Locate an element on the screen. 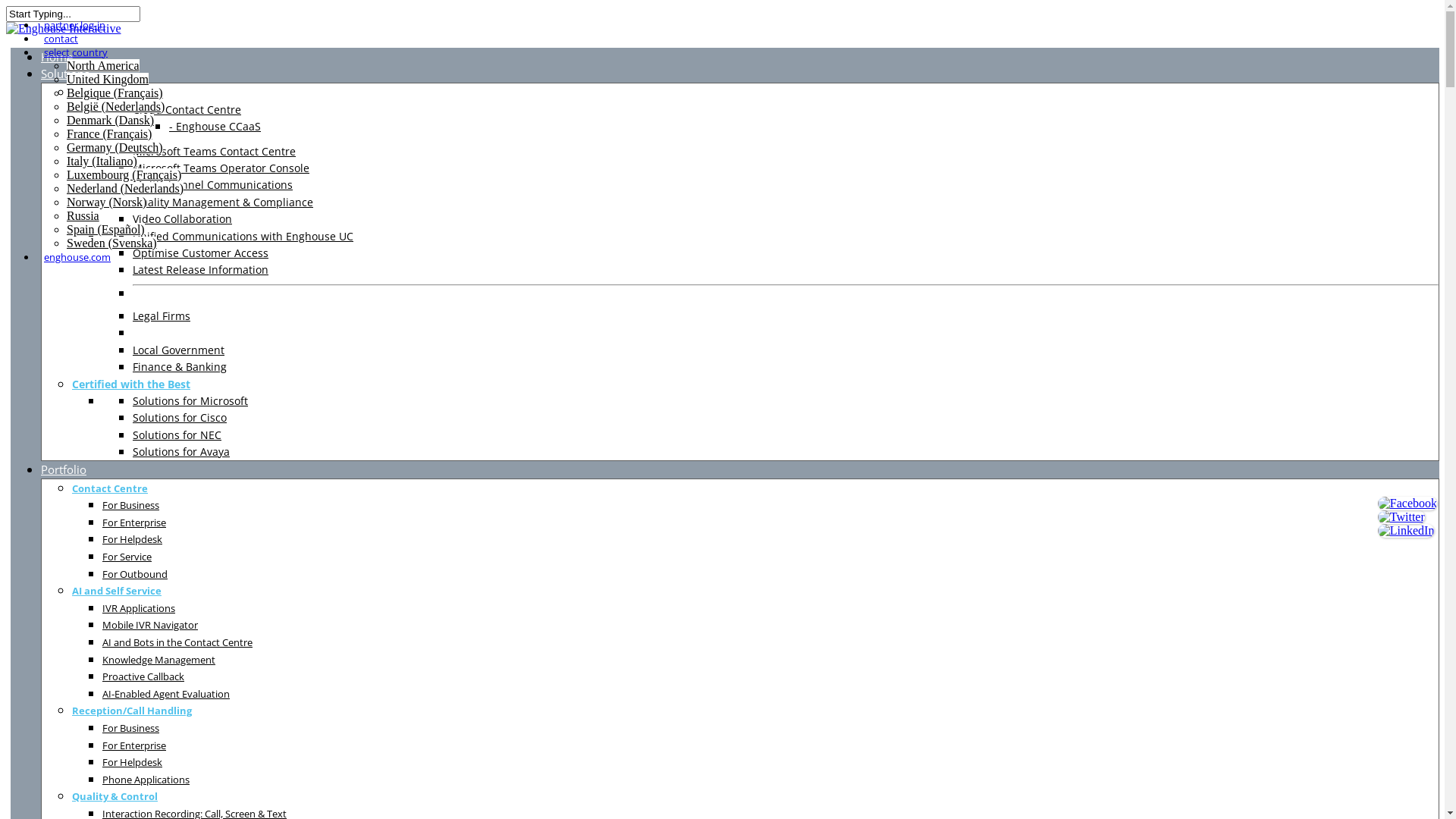 Image resolution: width=1456 pixels, height=819 pixels. 'For Service' is located at coordinates (127, 556).